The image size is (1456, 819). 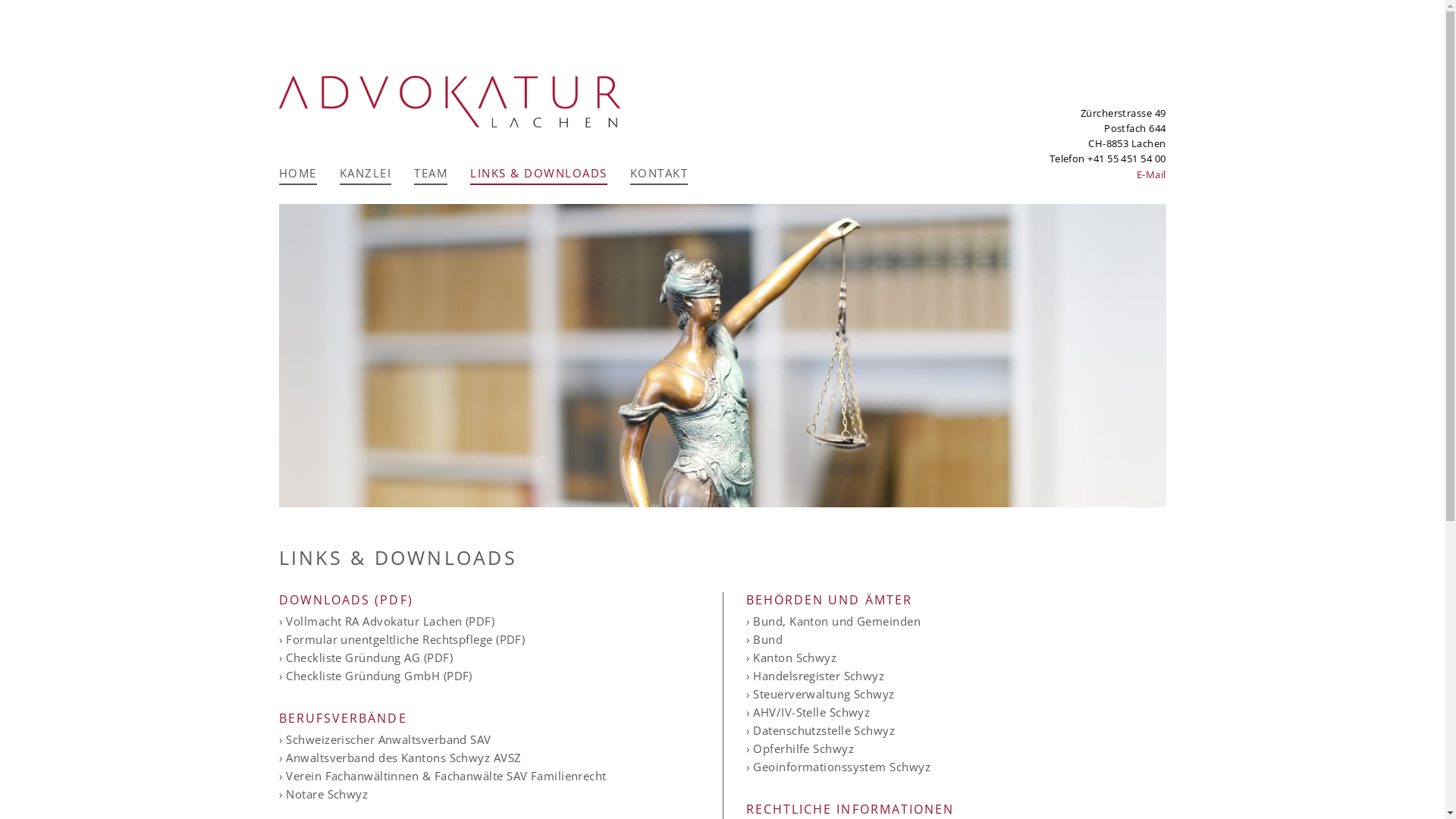 What do you see at coordinates (538, 174) in the screenshot?
I see `'LINKS & DOWNLOADS'` at bounding box center [538, 174].